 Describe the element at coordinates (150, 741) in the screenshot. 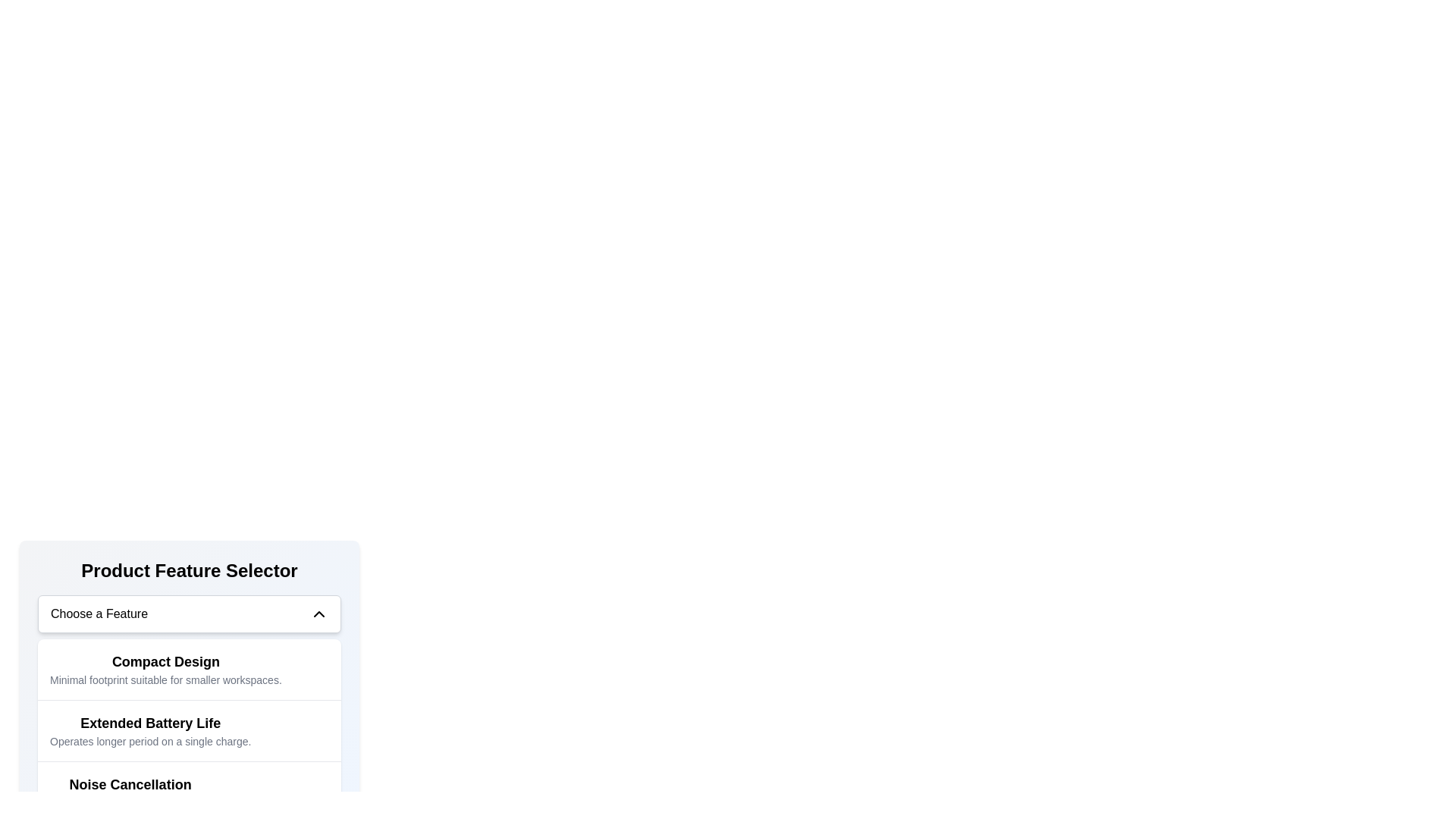

I see `descriptive Text Label located below the 'Extended Battery Life' heading in the 'Product Feature Selector' section` at that location.